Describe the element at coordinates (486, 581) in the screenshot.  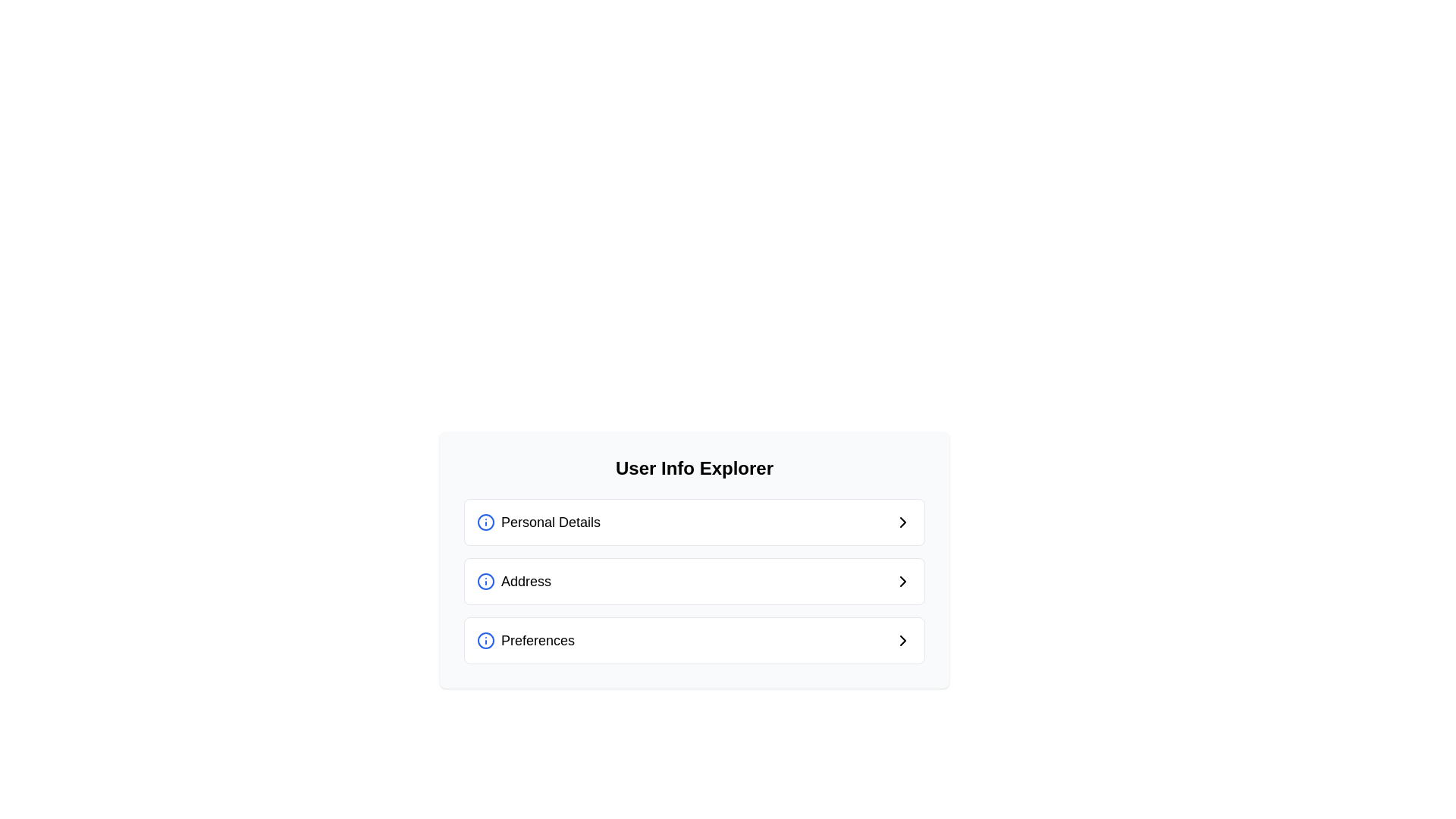
I see `the circular 'information' icon with a blue outline located to the left of the 'Address' text in the second row of the vertically stacked menu` at that location.